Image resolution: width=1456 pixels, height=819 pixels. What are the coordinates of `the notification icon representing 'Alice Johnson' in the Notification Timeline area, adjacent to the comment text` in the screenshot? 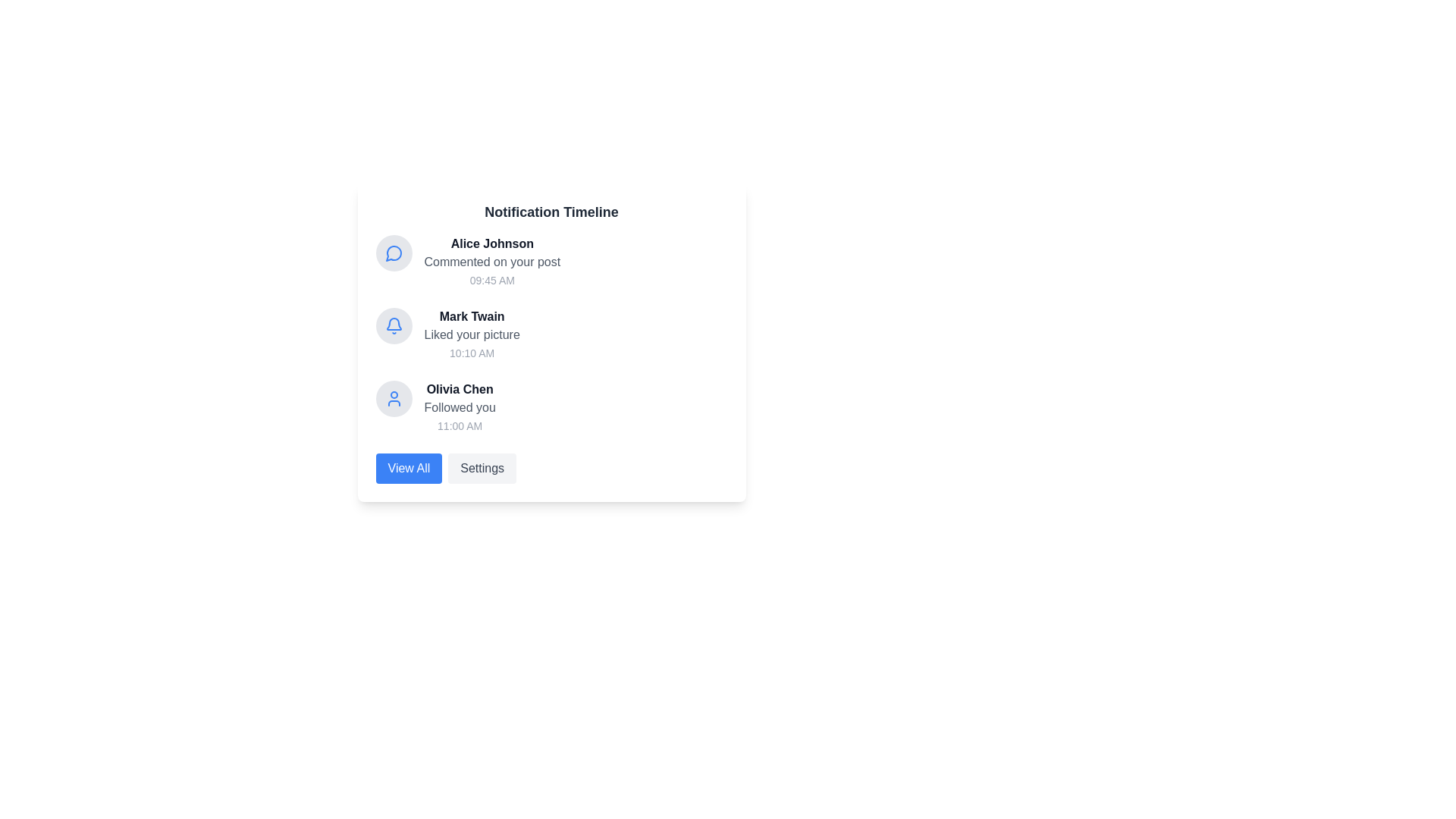 It's located at (393, 253).